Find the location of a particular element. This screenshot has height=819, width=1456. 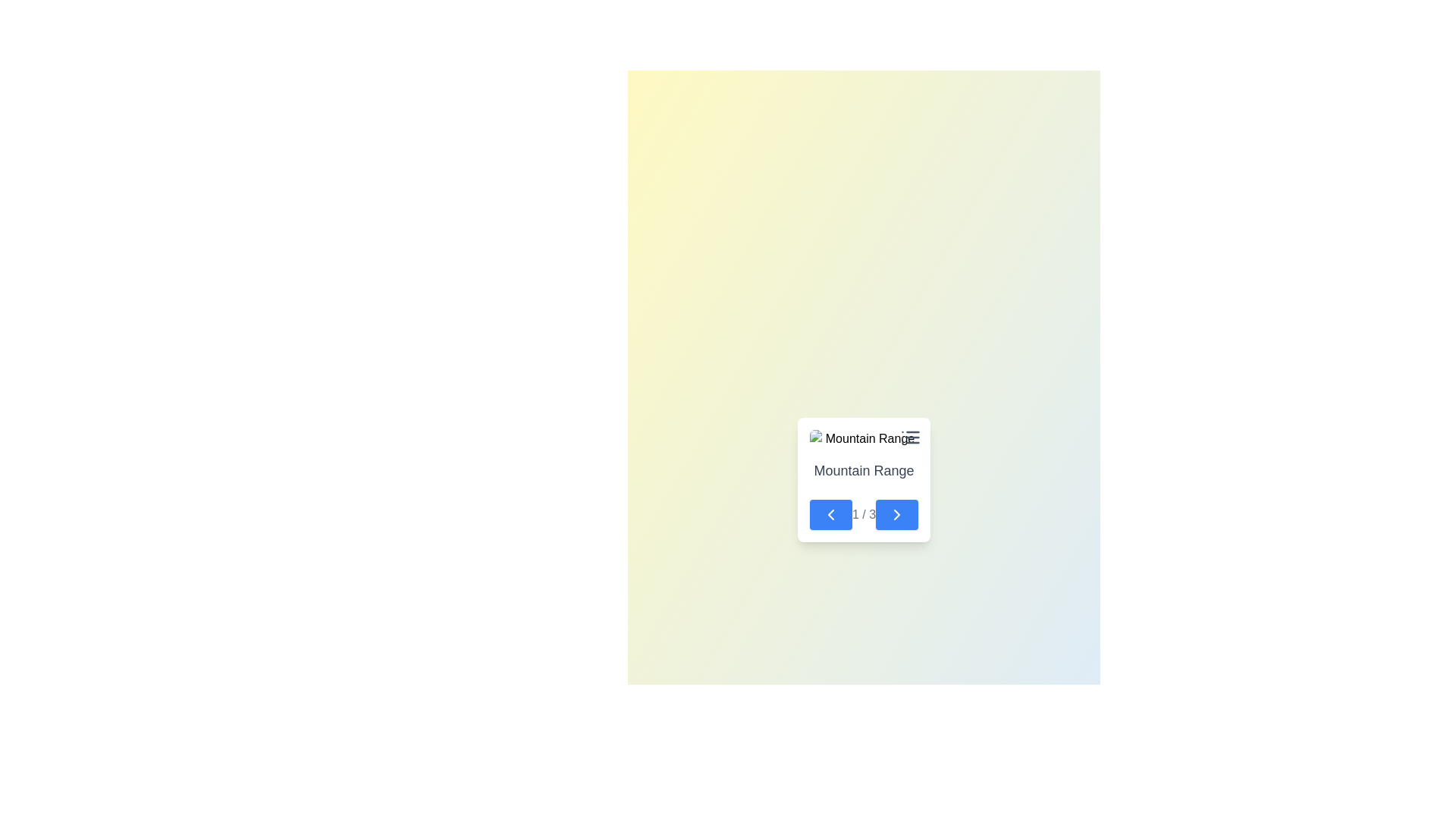

the chevron icon on the button located at the bottom right of the card overlay is located at coordinates (897, 513).